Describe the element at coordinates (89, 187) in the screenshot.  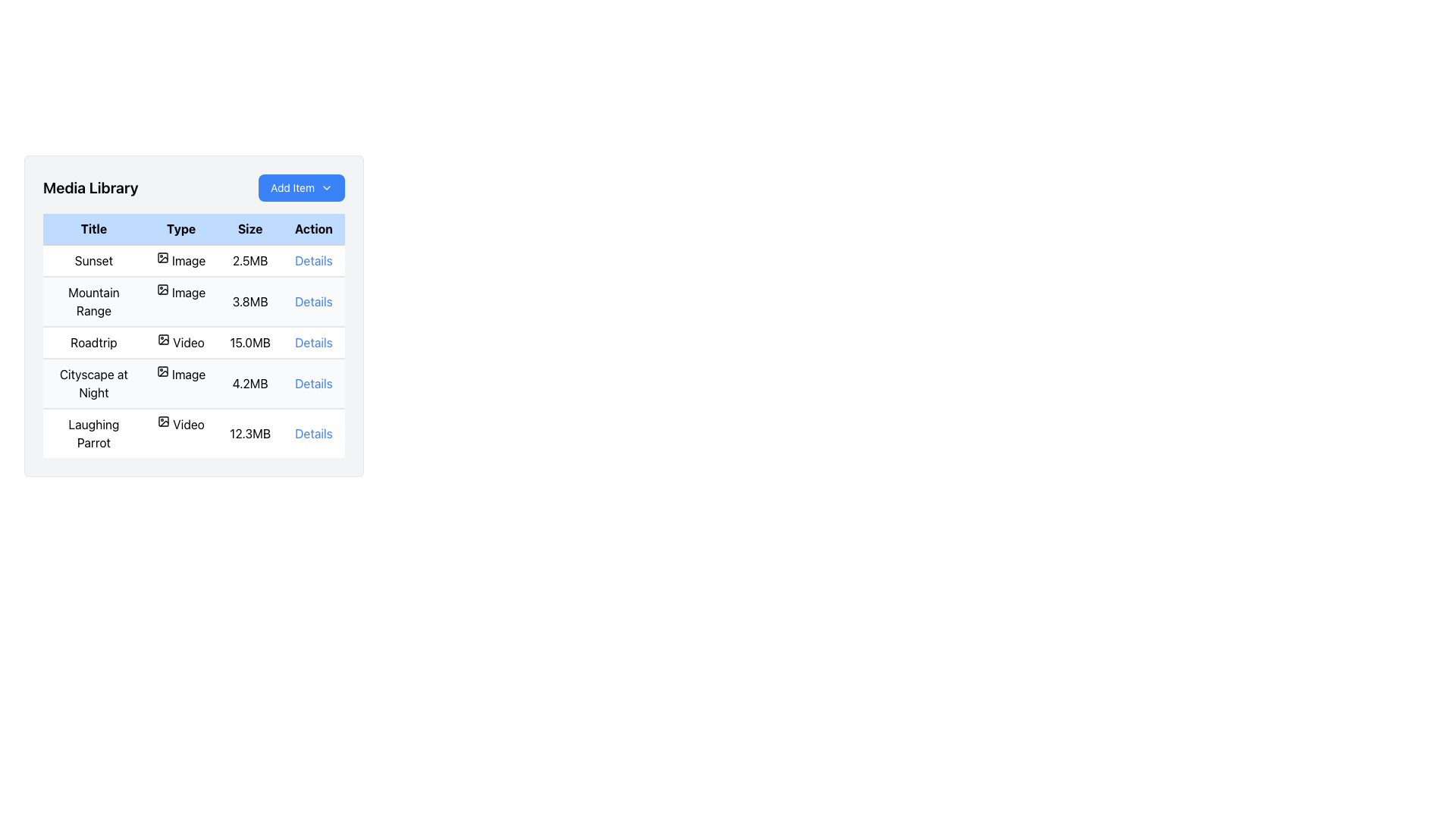
I see `text of the label positioned in the header bar, which serves as a title or label for the associated content panel, indicating the context or category of the displayed items` at that location.